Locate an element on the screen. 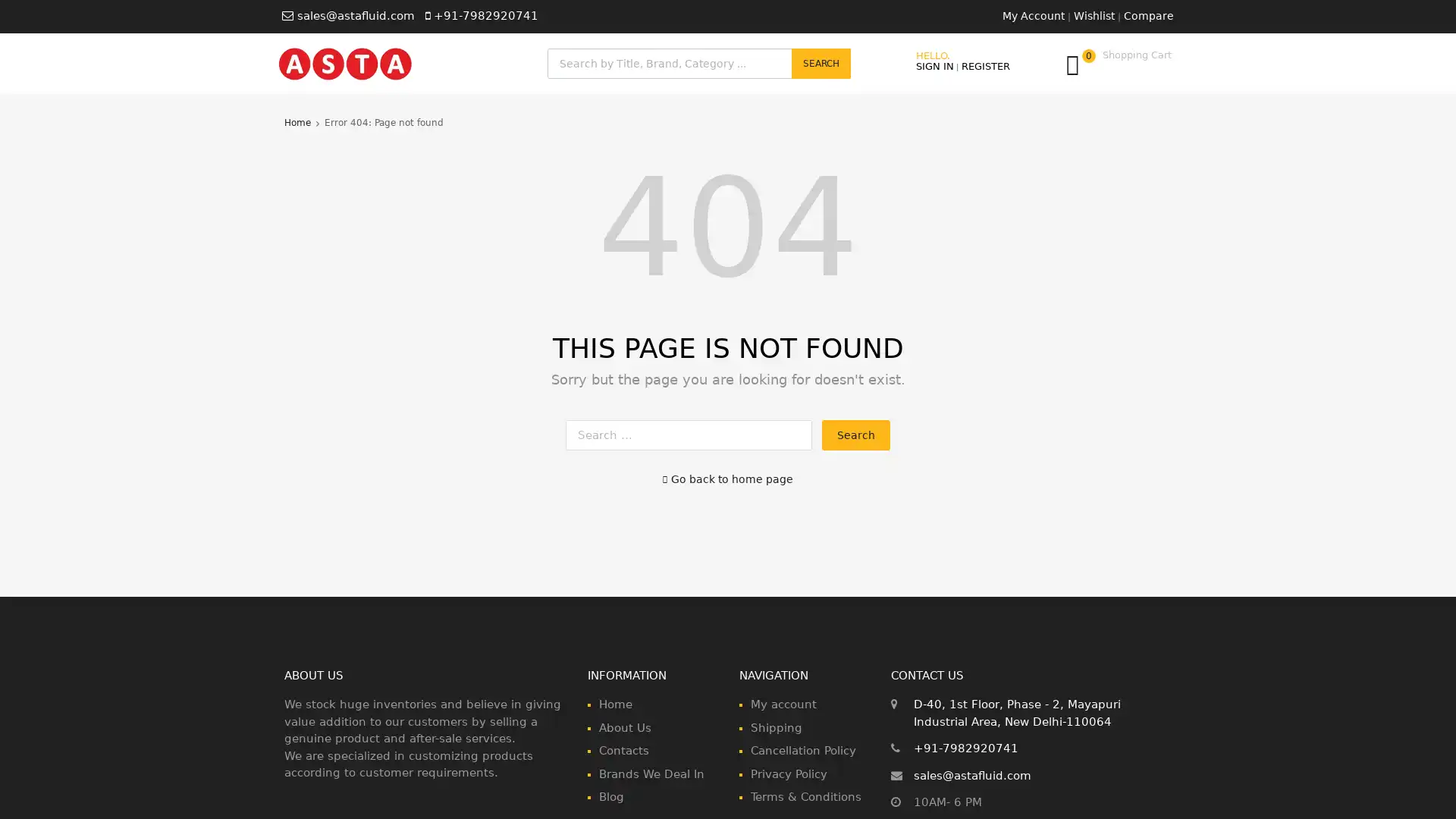 This screenshot has width=1456, height=819. Search is located at coordinates (821, 63).